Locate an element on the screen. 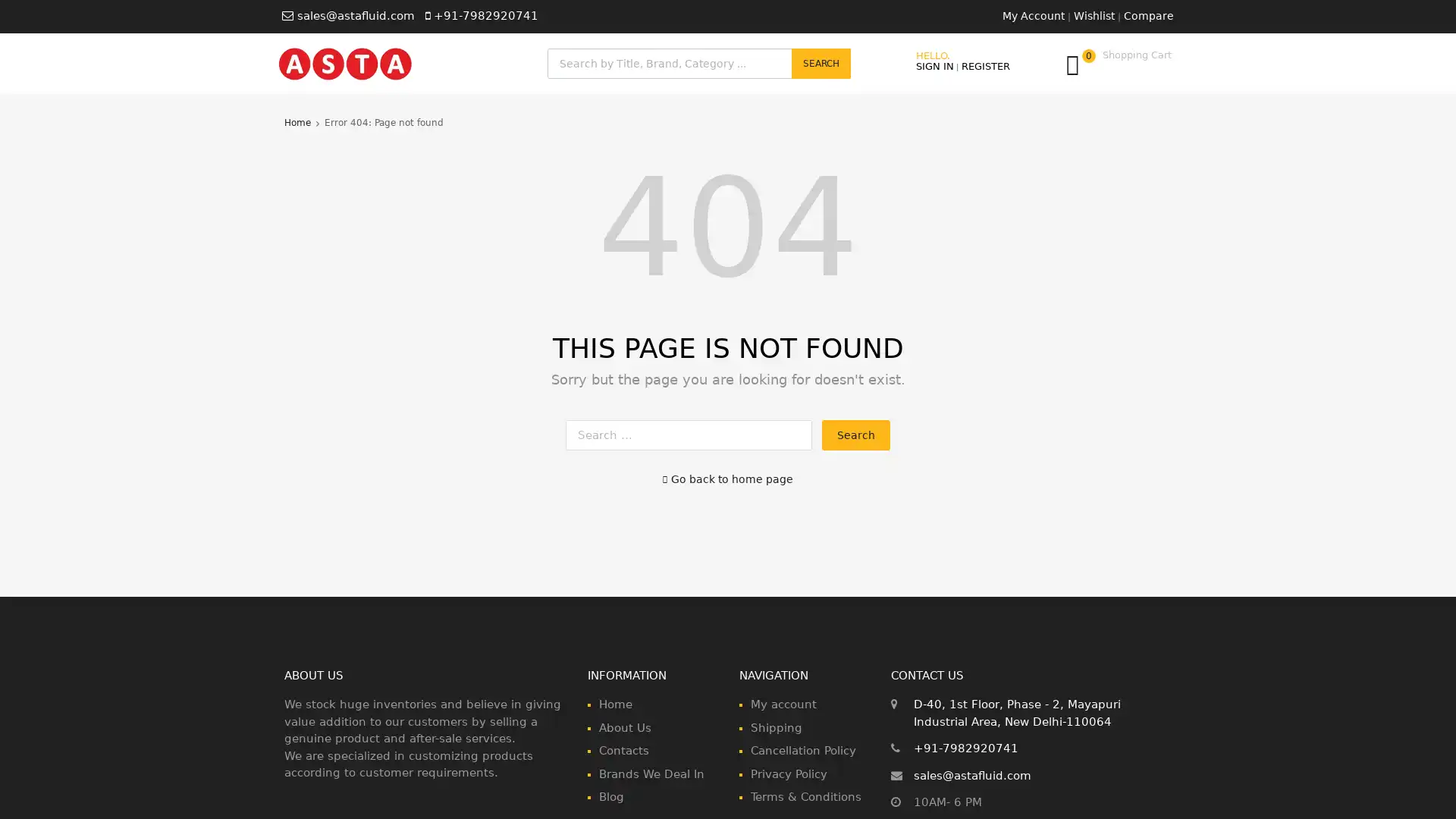 This screenshot has width=1456, height=819. Search is located at coordinates (821, 63).